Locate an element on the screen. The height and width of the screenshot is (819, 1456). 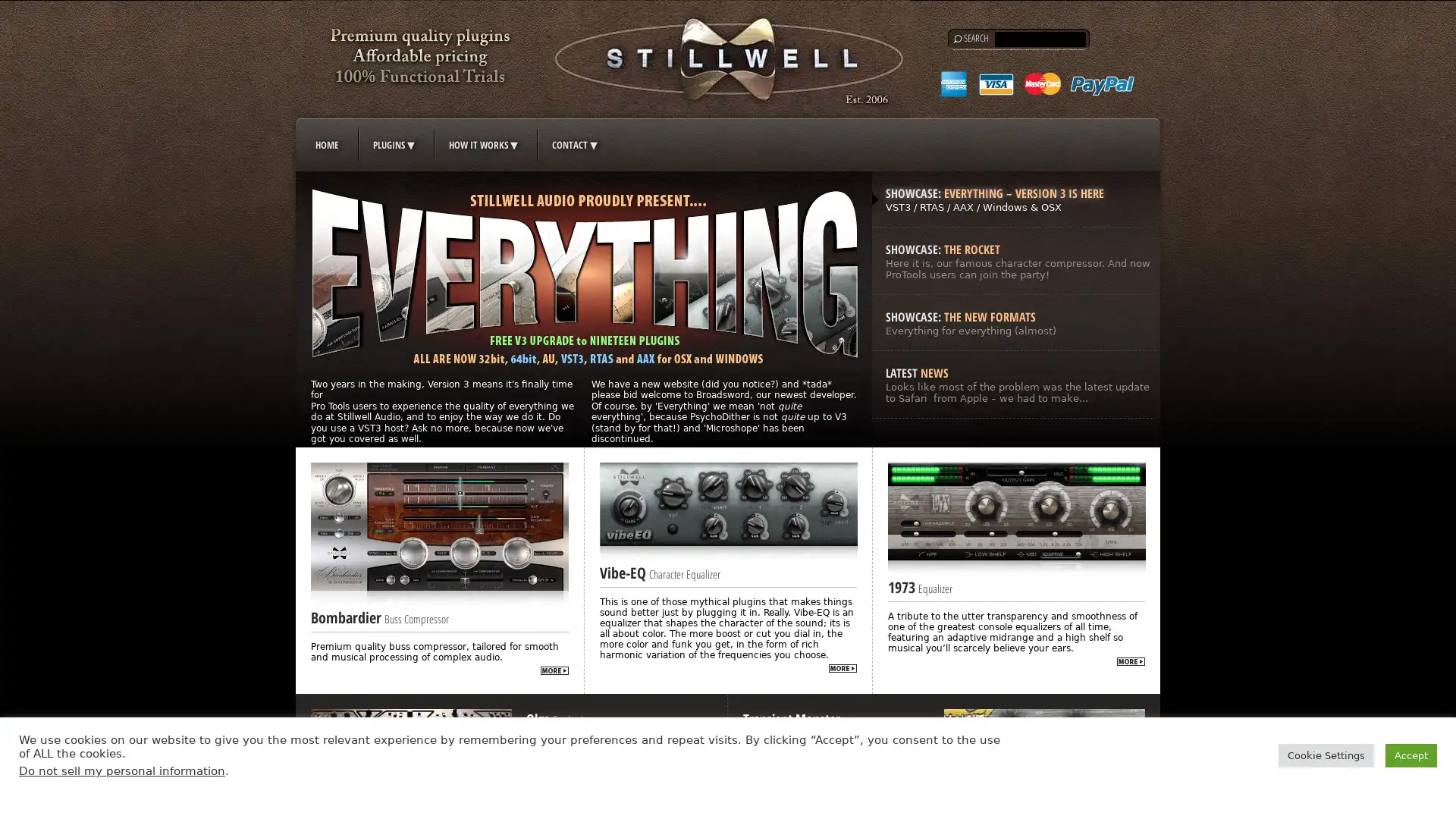
Search is located at coordinates (968, 37).